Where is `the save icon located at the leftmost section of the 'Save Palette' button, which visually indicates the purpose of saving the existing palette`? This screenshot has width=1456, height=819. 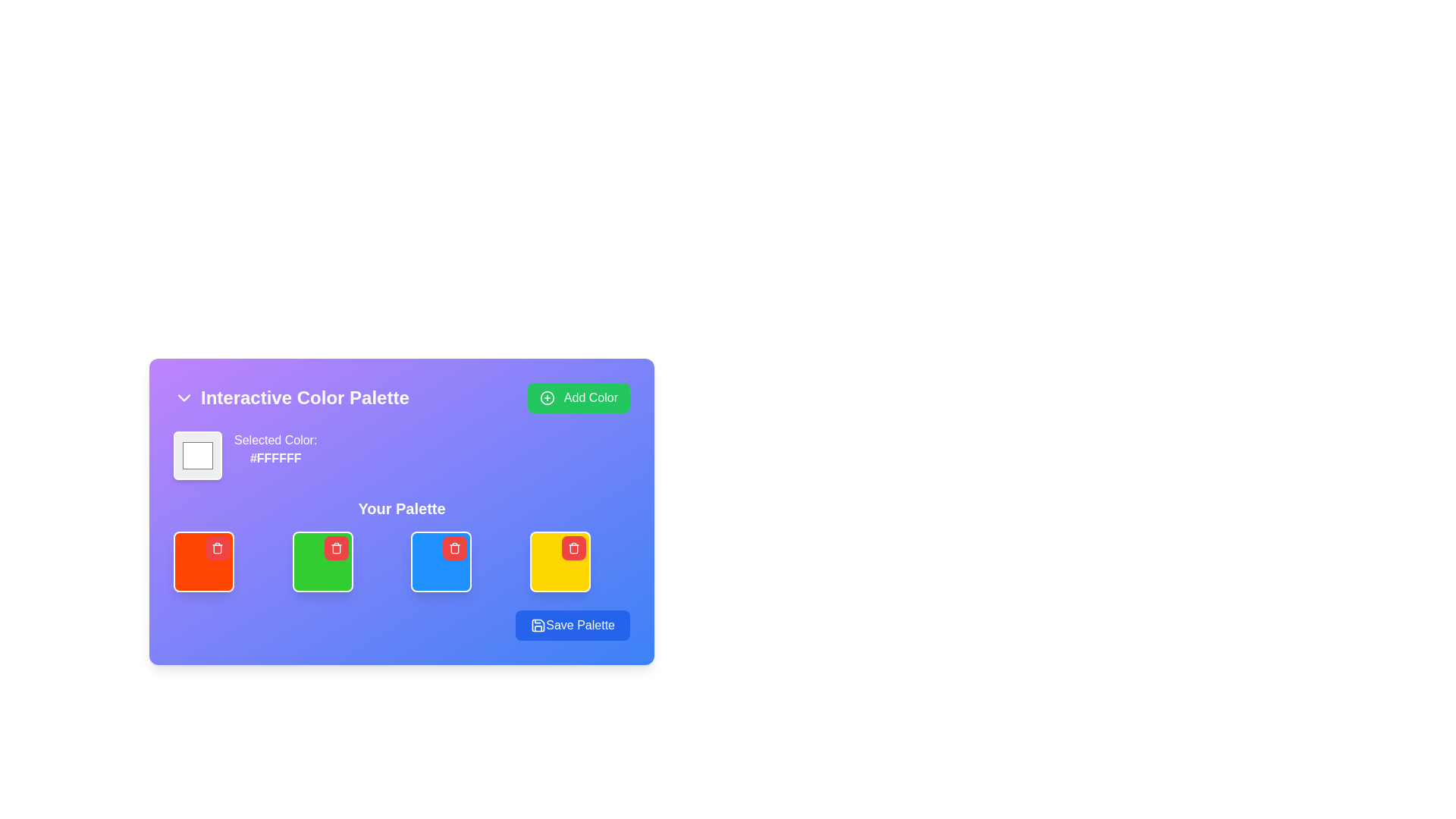 the save icon located at the leftmost section of the 'Save Palette' button, which visually indicates the purpose of saving the existing palette is located at coordinates (538, 626).